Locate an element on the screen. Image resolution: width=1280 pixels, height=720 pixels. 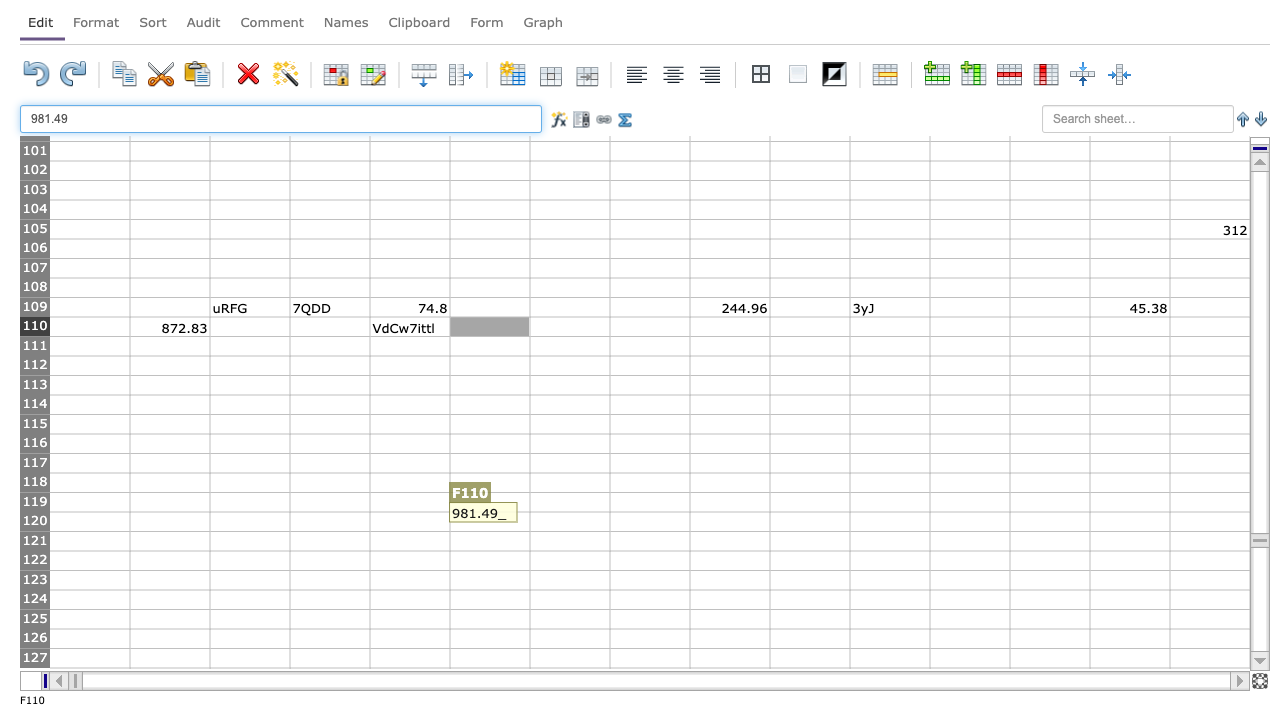
G120 is located at coordinates (568, 520).